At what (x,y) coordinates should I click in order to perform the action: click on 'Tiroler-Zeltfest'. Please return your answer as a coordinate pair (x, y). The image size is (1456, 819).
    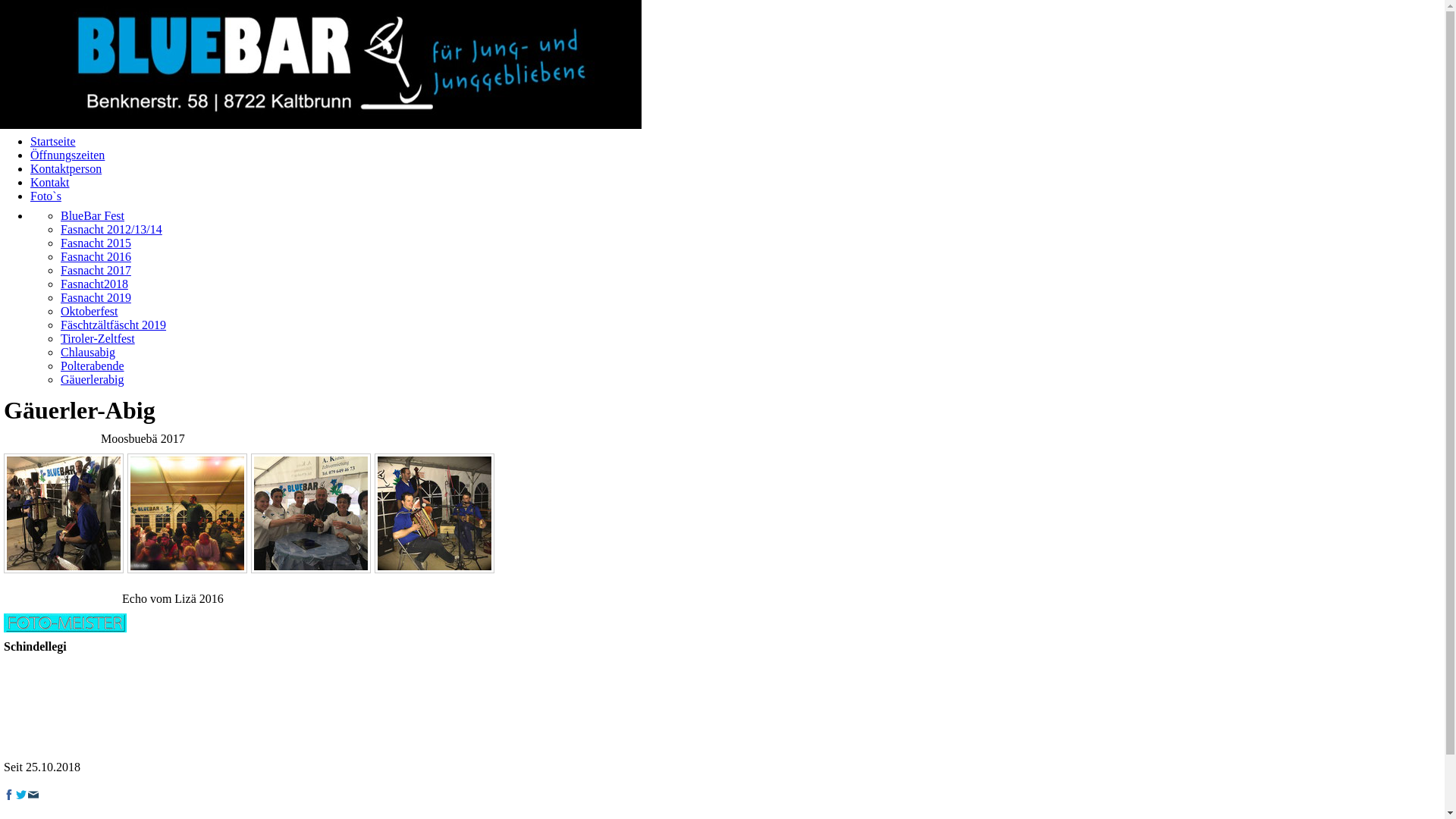
    Looking at the image, I should click on (97, 337).